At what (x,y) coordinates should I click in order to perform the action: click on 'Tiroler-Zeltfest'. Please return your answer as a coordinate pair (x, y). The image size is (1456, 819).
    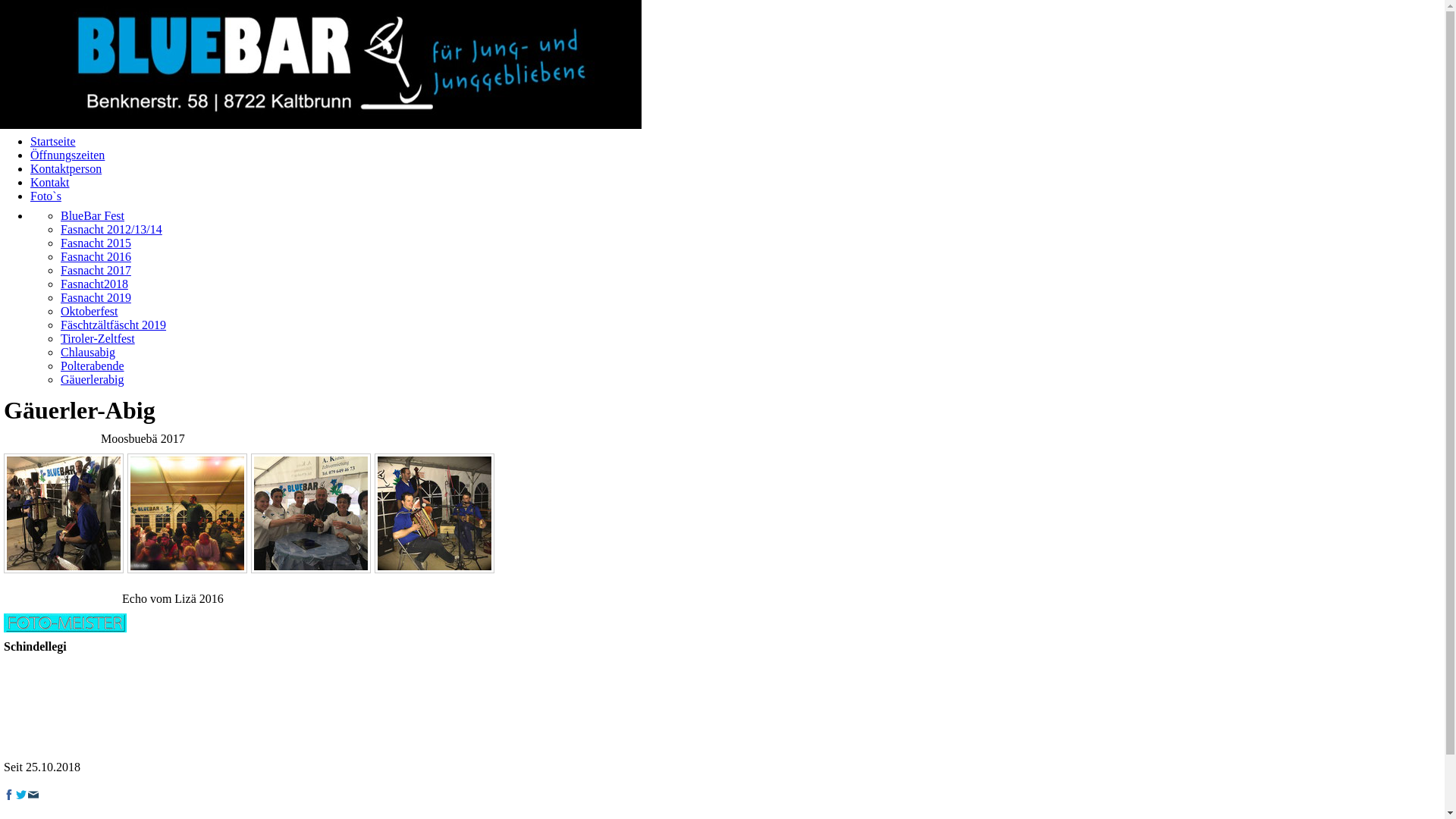
    Looking at the image, I should click on (97, 337).